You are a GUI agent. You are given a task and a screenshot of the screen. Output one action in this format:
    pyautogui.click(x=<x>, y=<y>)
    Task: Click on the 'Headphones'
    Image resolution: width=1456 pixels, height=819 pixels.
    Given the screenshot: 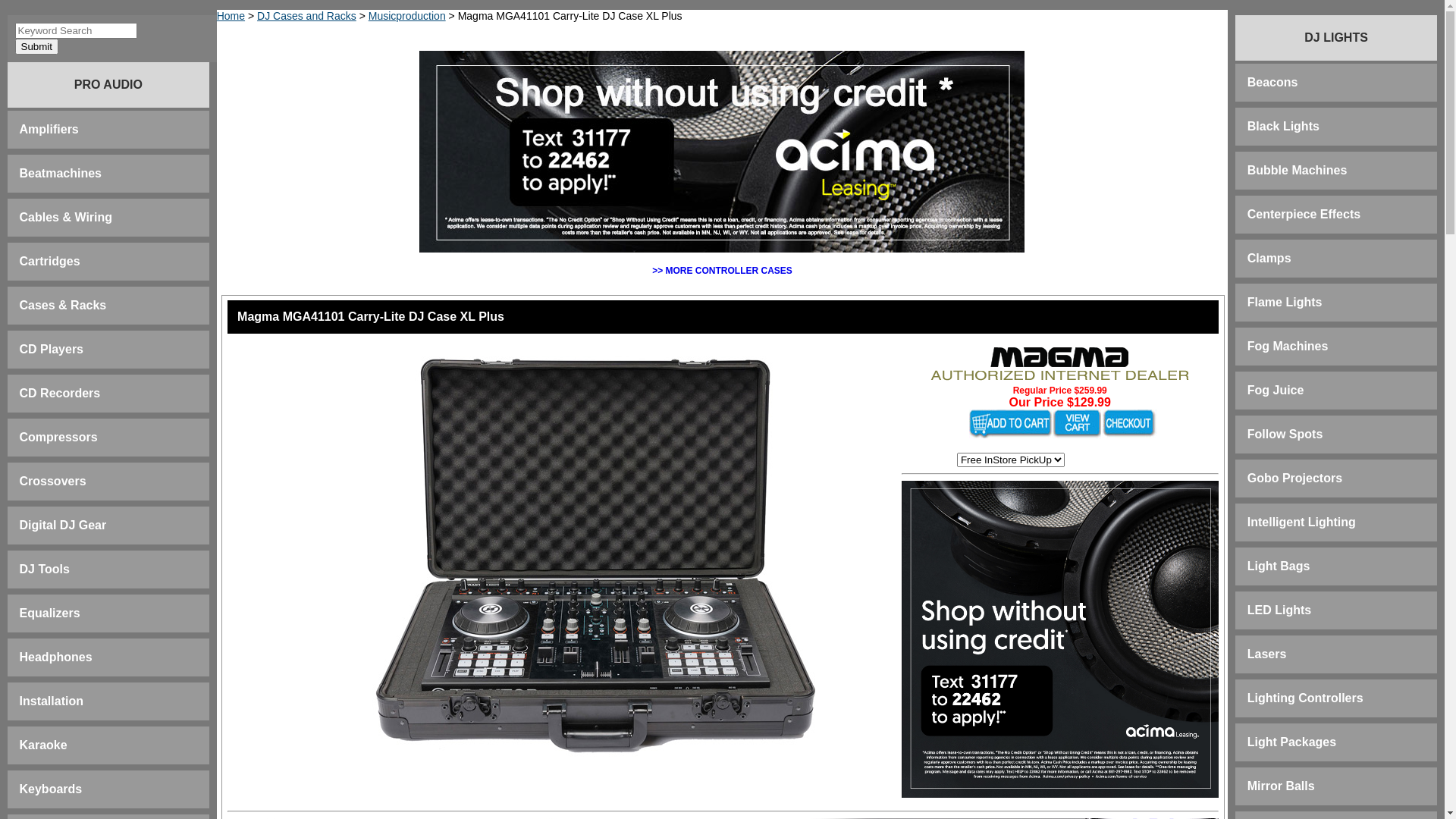 What is the action you would take?
    pyautogui.click(x=55, y=656)
    